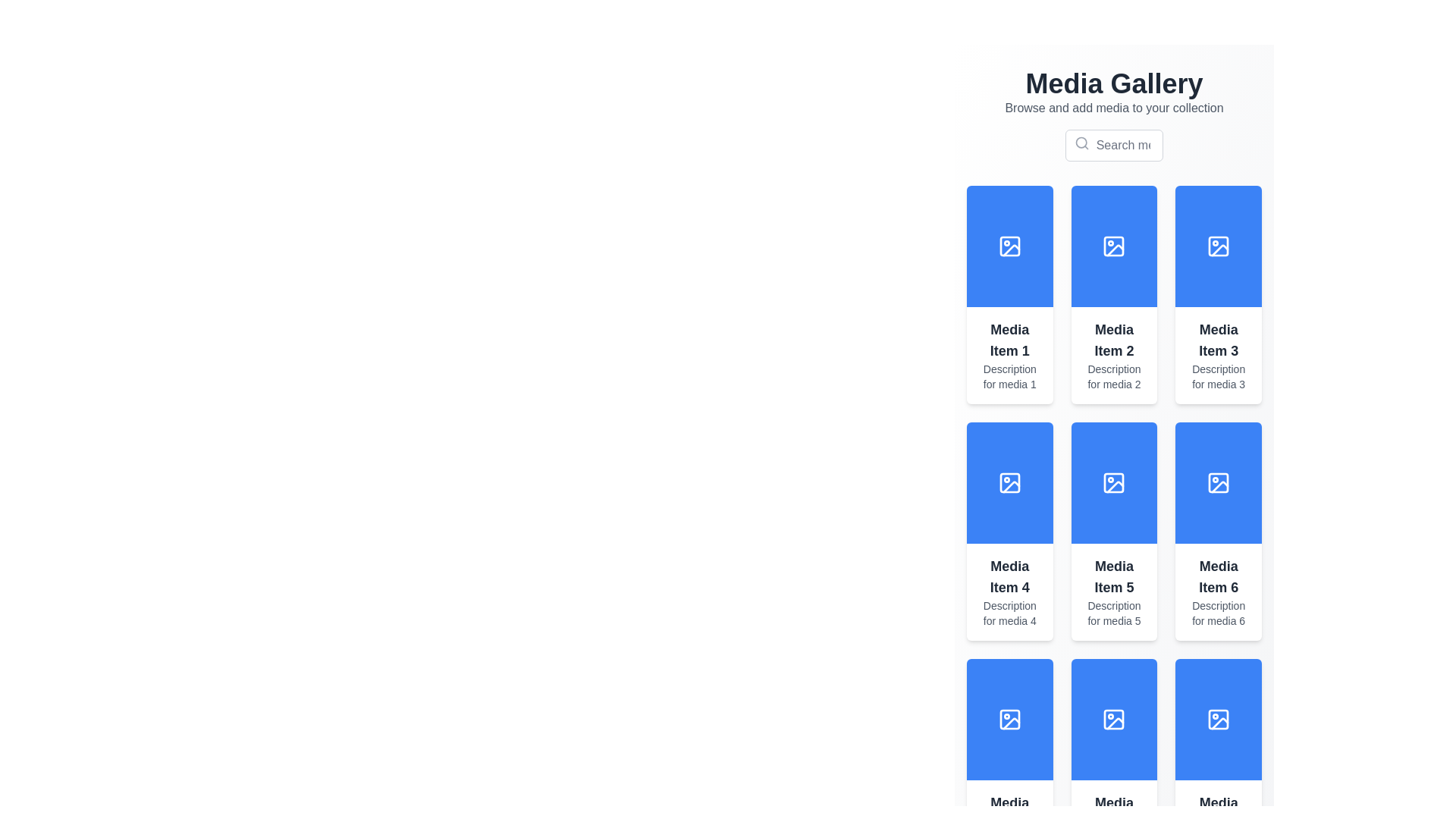  I want to click on the text label displaying 'Browse and add media to your collection', which is centered below the 'Media Gallery' header, so click(1114, 107).